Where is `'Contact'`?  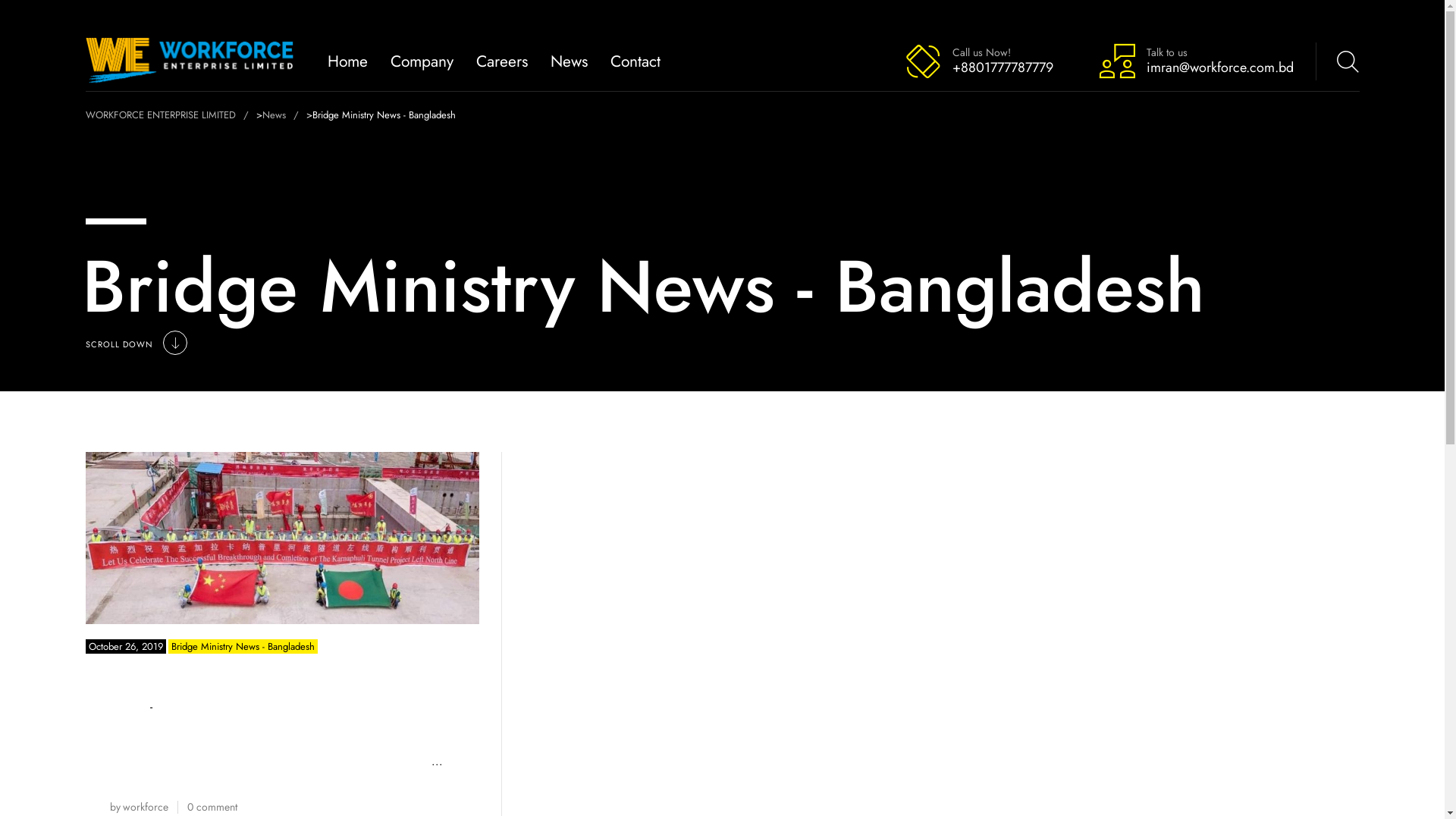
'Contact' is located at coordinates (635, 60).